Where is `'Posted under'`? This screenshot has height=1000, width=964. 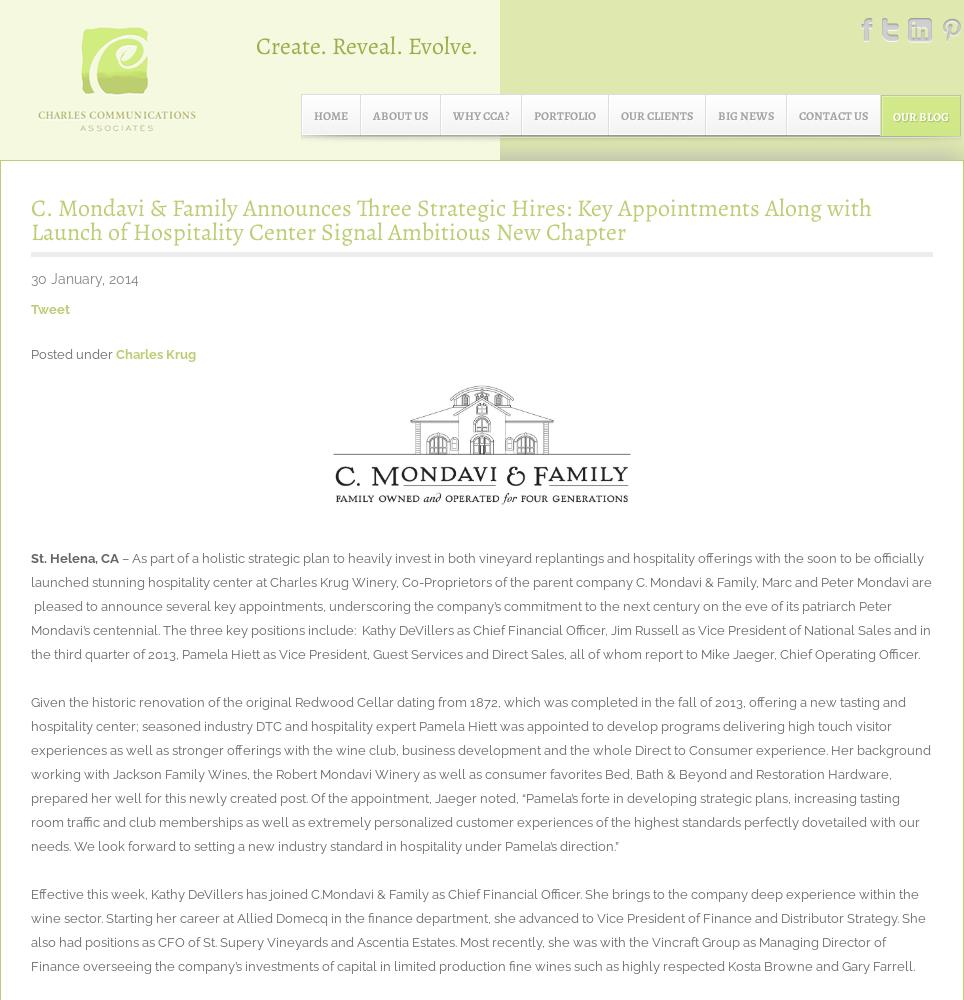 'Posted under' is located at coordinates (73, 353).